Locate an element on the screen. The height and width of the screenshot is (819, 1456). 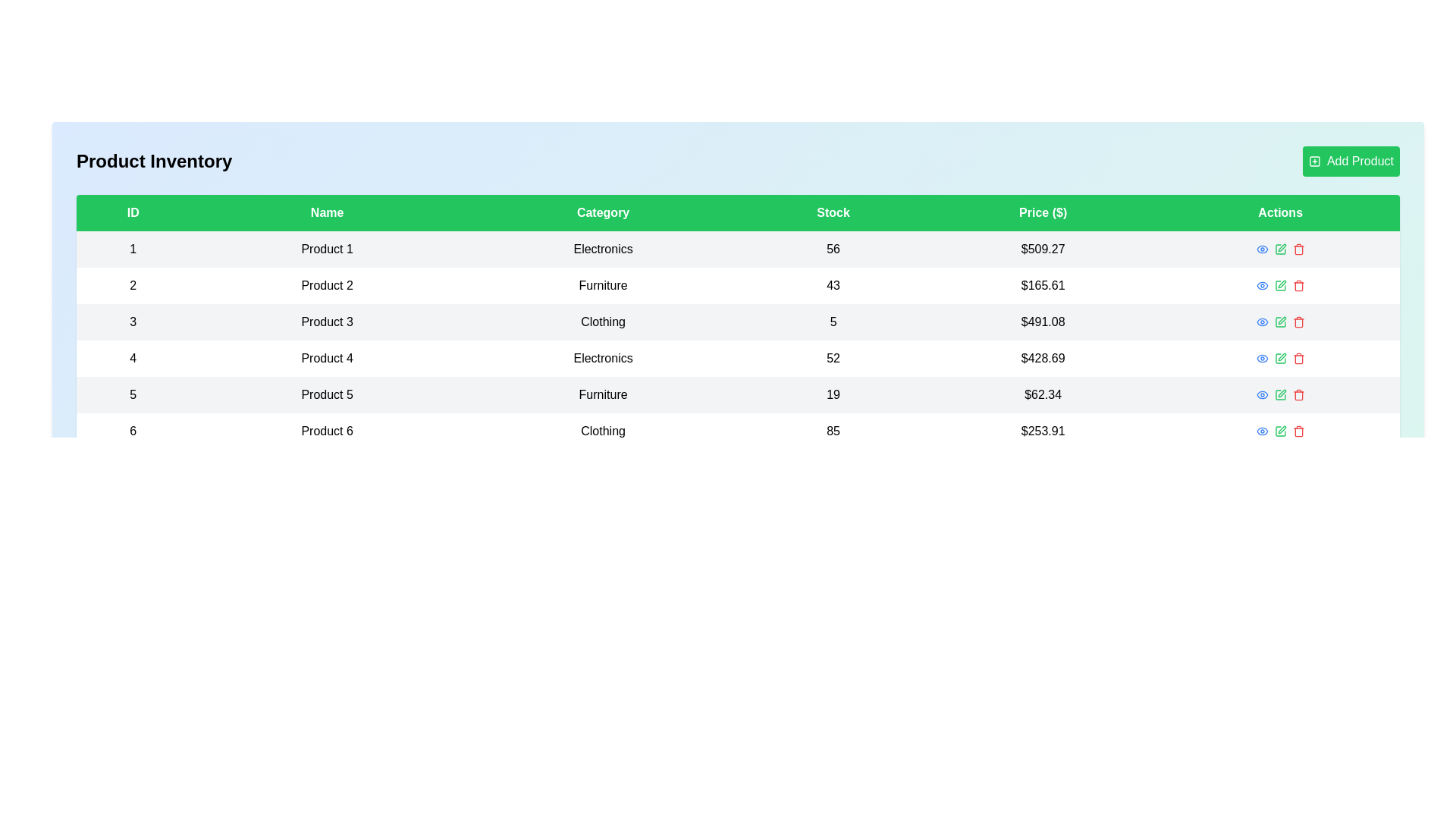
the column header to sort the table by Category is located at coordinates (602, 213).